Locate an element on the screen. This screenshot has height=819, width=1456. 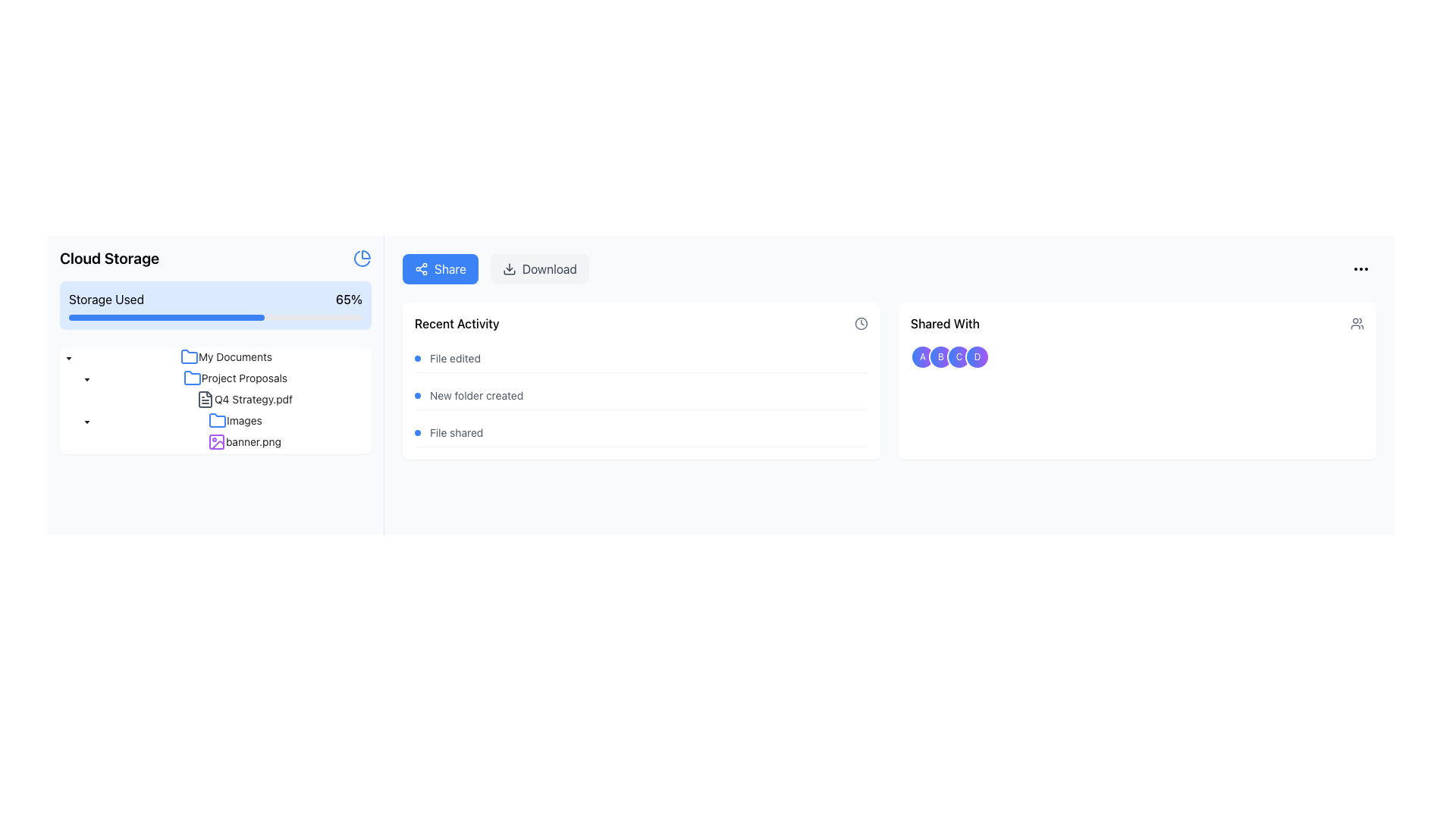
the circular user identifier or avatar representing the user 'B' is located at coordinates (940, 356).